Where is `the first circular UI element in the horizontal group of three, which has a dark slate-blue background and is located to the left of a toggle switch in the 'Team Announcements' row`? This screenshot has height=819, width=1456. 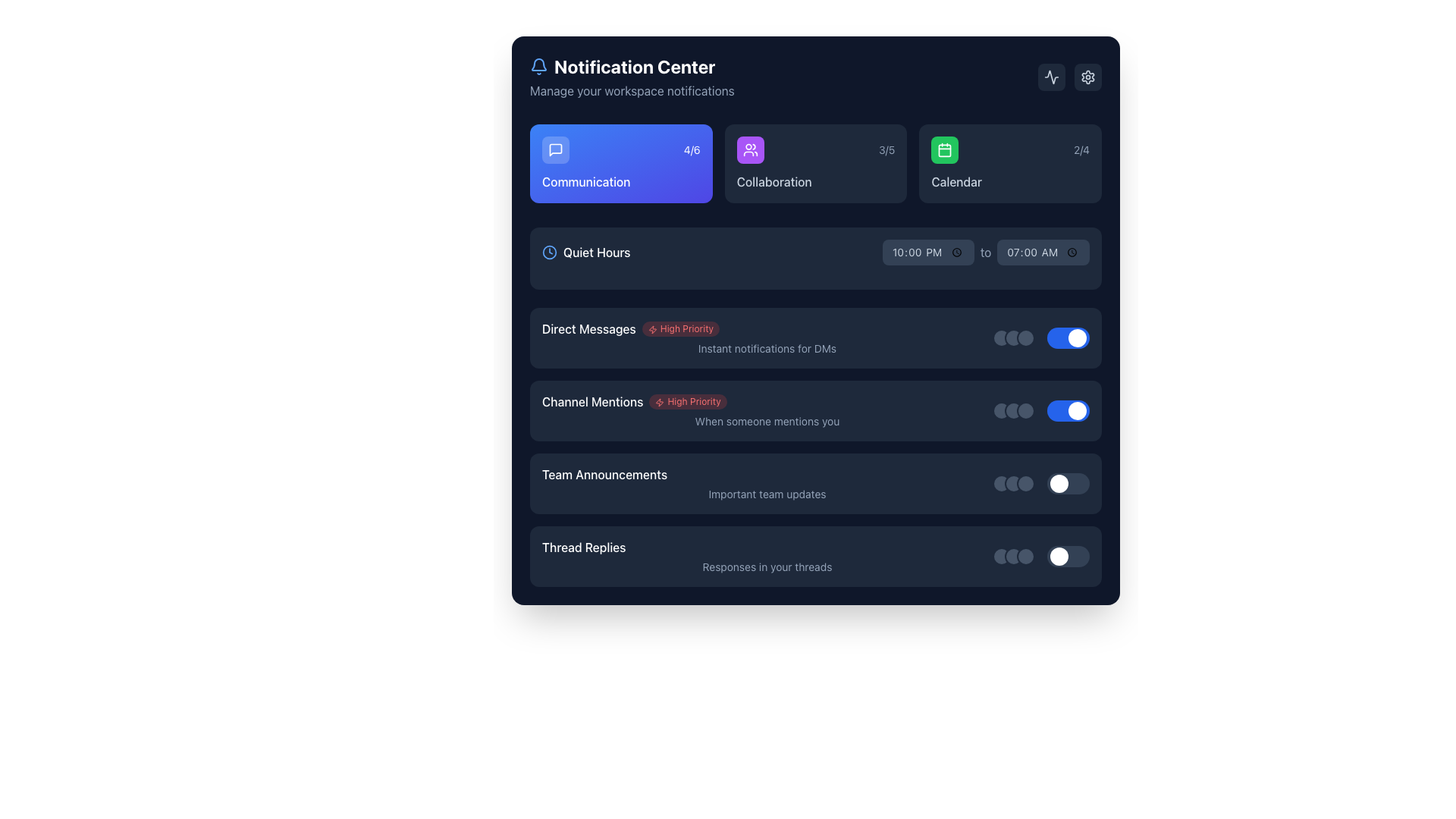 the first circular UI element in the horizontal group of three, which has a dark slate-blue background and is located to the left of a toggle switch in the 'Team Announcements' row is located at coordinates (1001, 483).